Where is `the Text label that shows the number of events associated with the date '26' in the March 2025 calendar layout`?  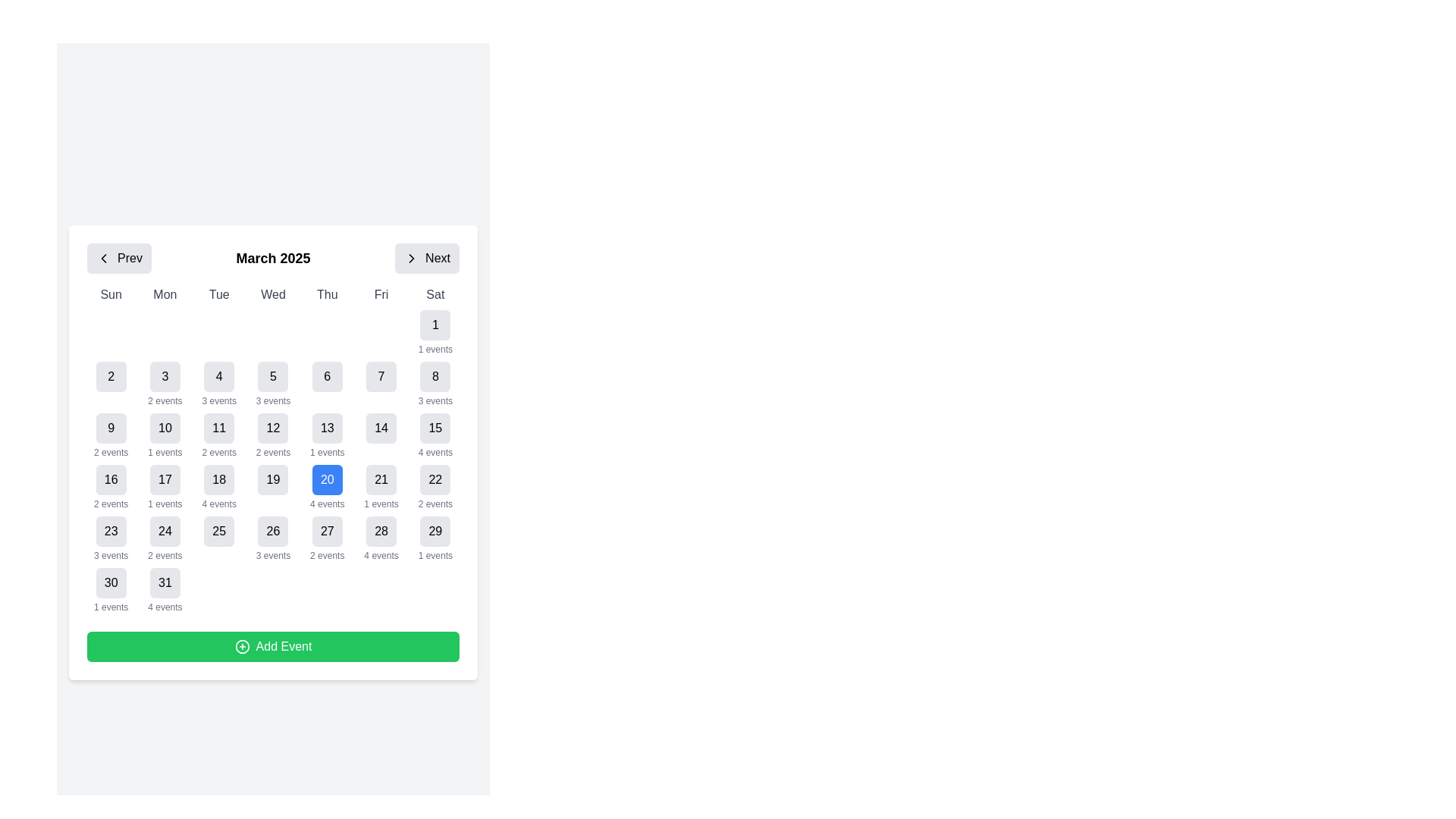
the Text label that shows the number of events associated with the date '26' in the March 2025 calendar layout is located at coordinates (273, 555).